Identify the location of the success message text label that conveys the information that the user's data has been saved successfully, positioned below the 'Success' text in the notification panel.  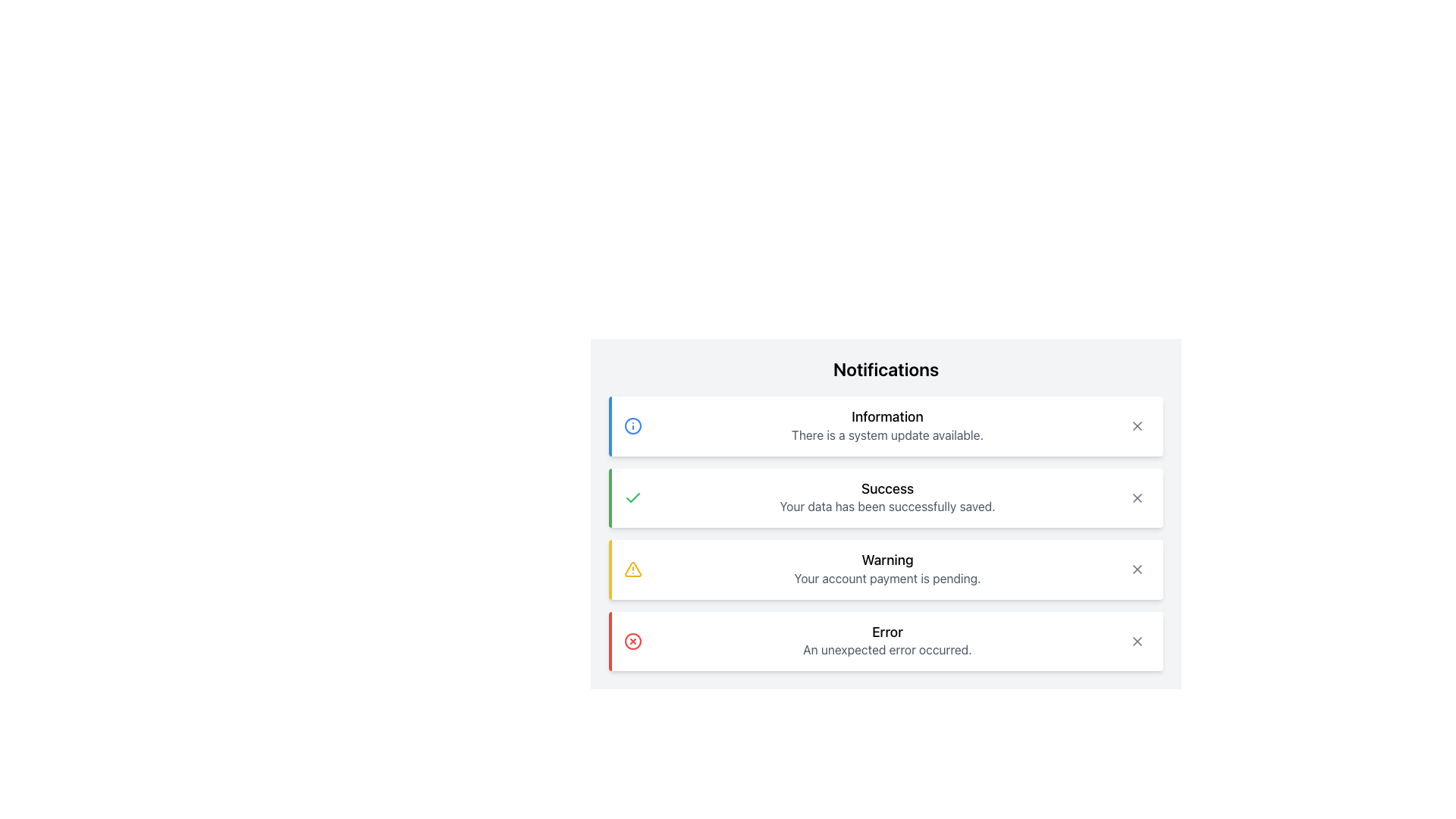
(887, 506).